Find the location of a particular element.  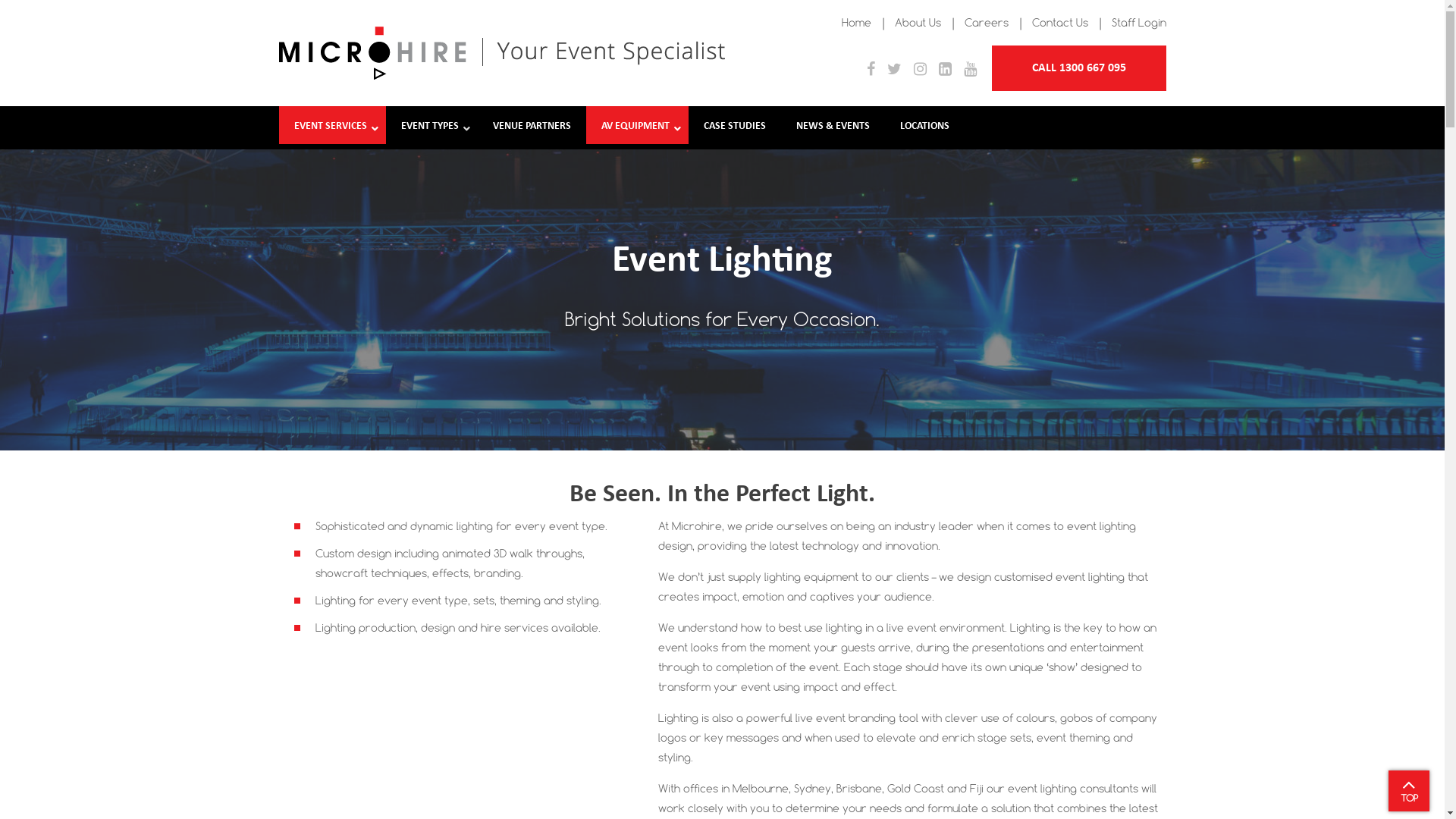

'AV EQUIPMENT' is located at coordinates (585, 127).